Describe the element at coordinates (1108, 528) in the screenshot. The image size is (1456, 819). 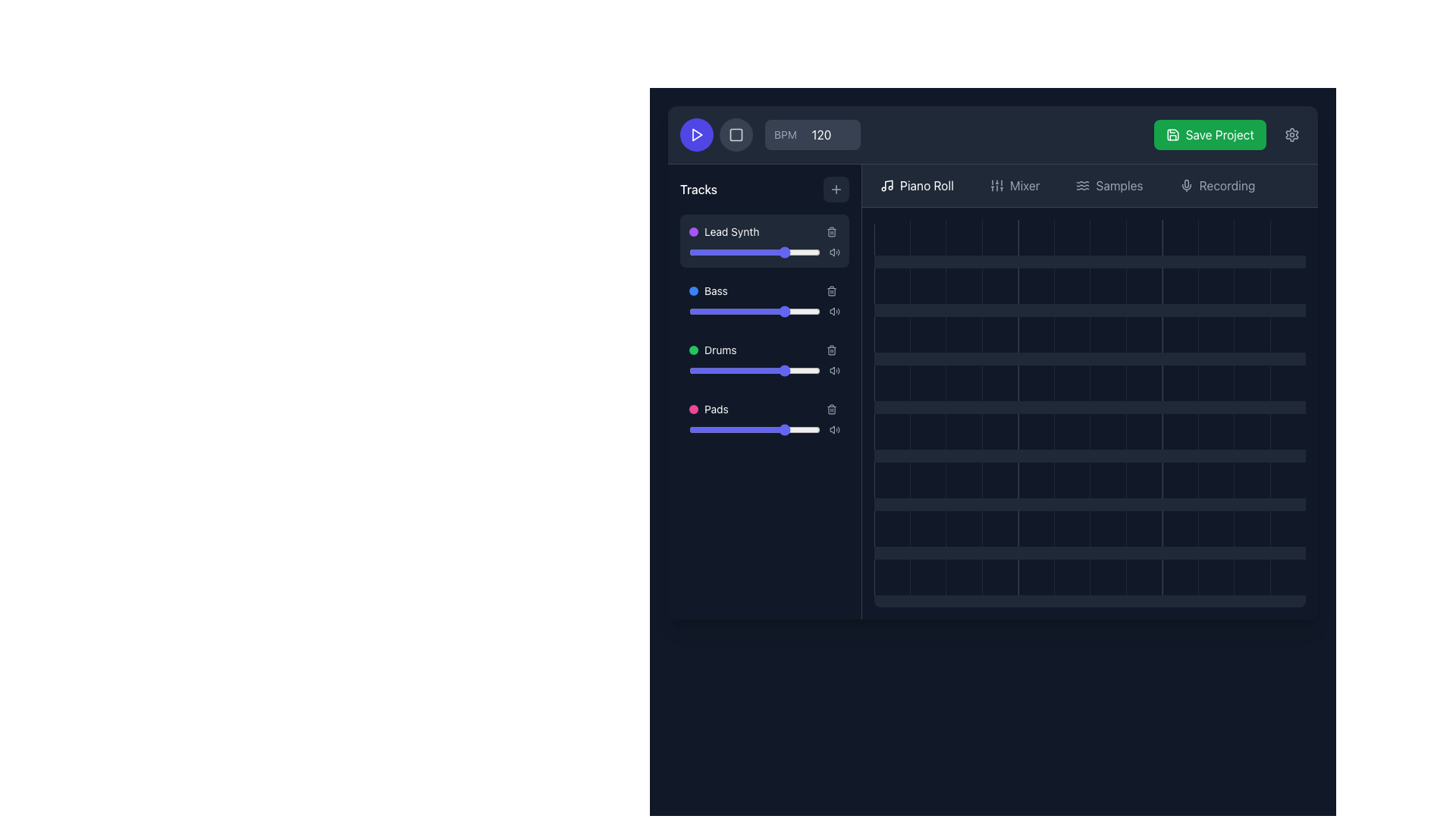
I see `the grid cell located in the 6th column and 7th row, which has a dark gray background and a hover effect that lightens its color` at that location.